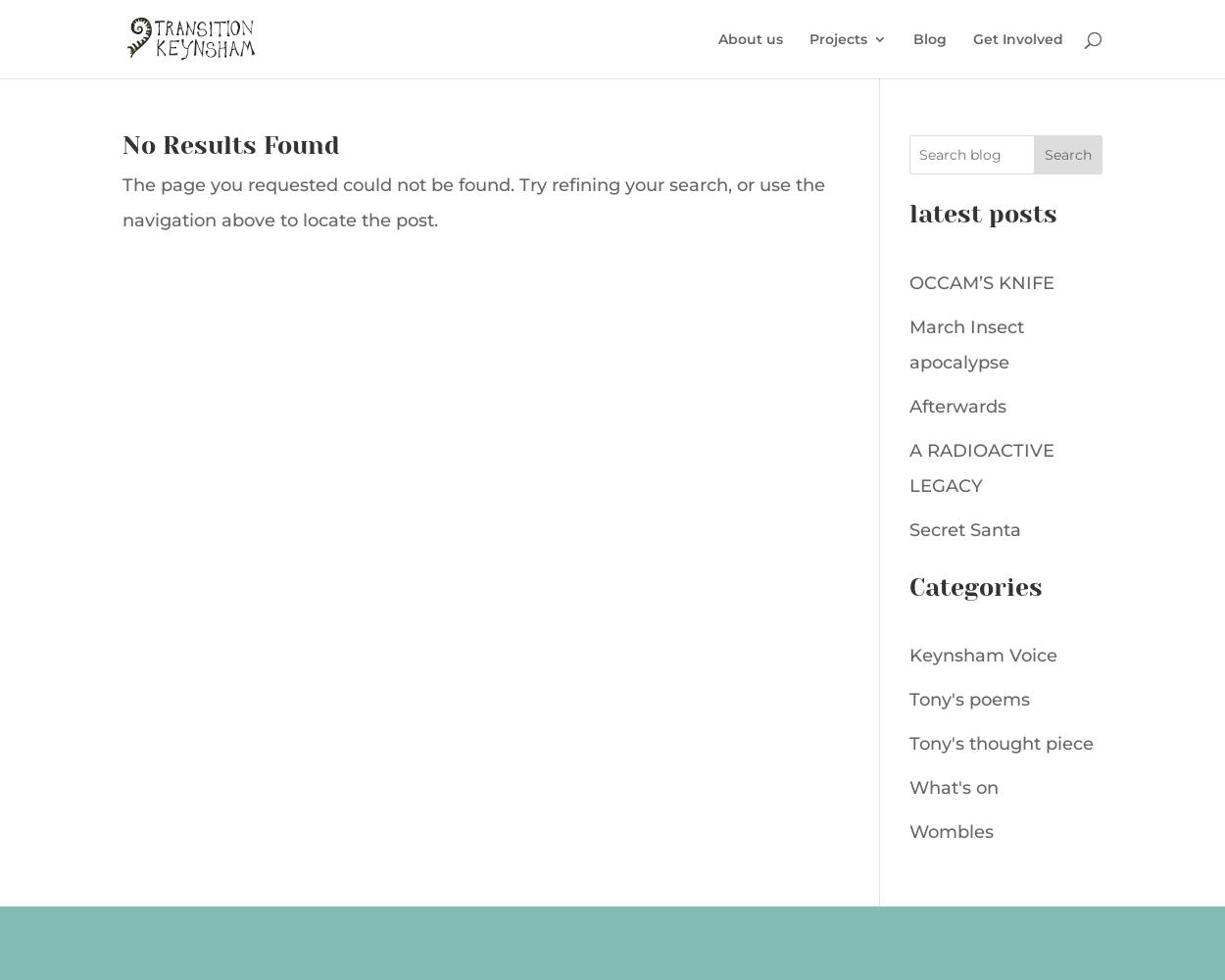 The image size is (1225, 980). I want to click on 'Search', so click(1044, 155).